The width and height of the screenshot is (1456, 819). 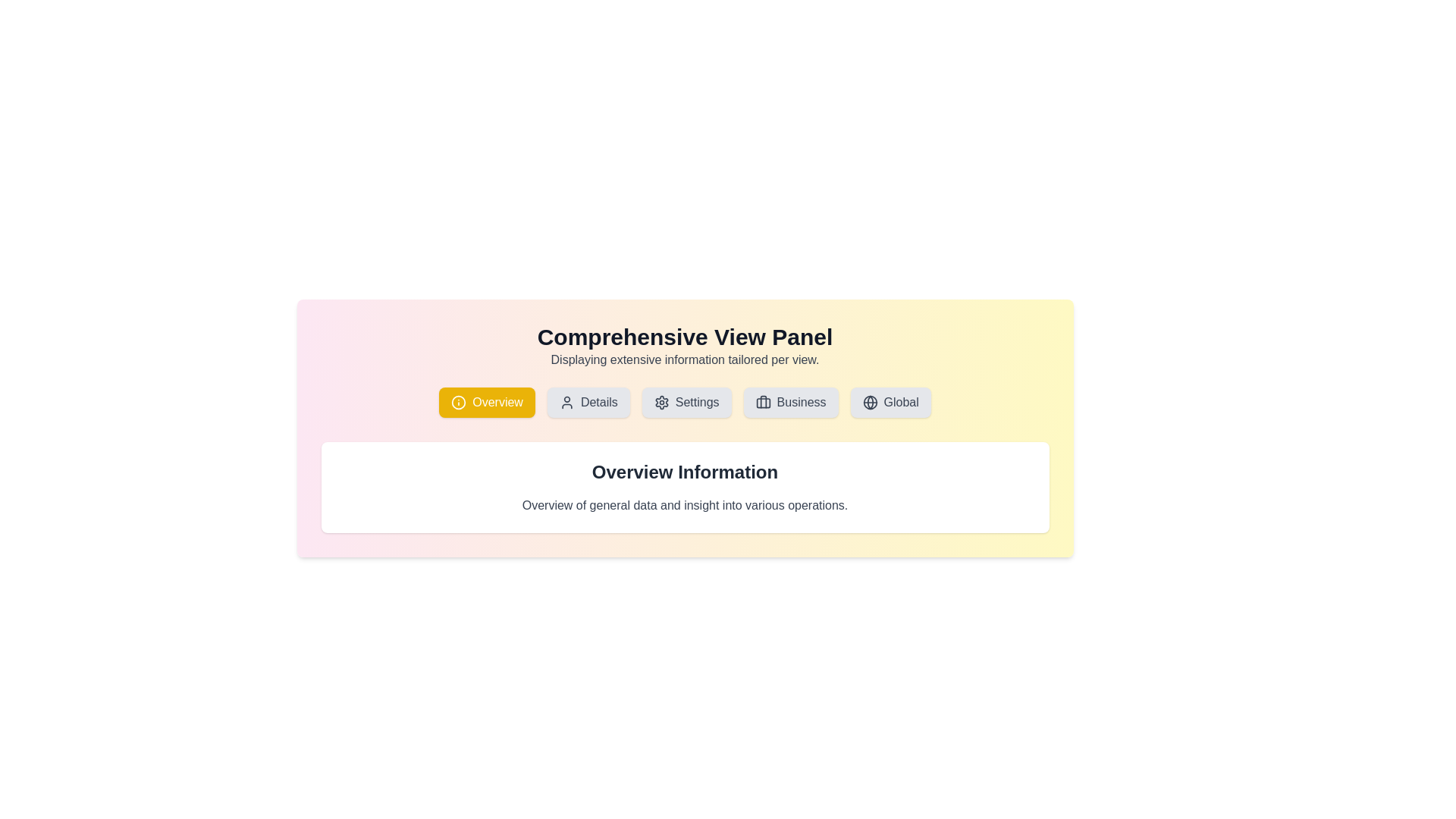 I want to click on the yellow button containing the text label that leads to an overview or summary page of the application, located near the top-left section of the central content area, so click(x=497, y=402).